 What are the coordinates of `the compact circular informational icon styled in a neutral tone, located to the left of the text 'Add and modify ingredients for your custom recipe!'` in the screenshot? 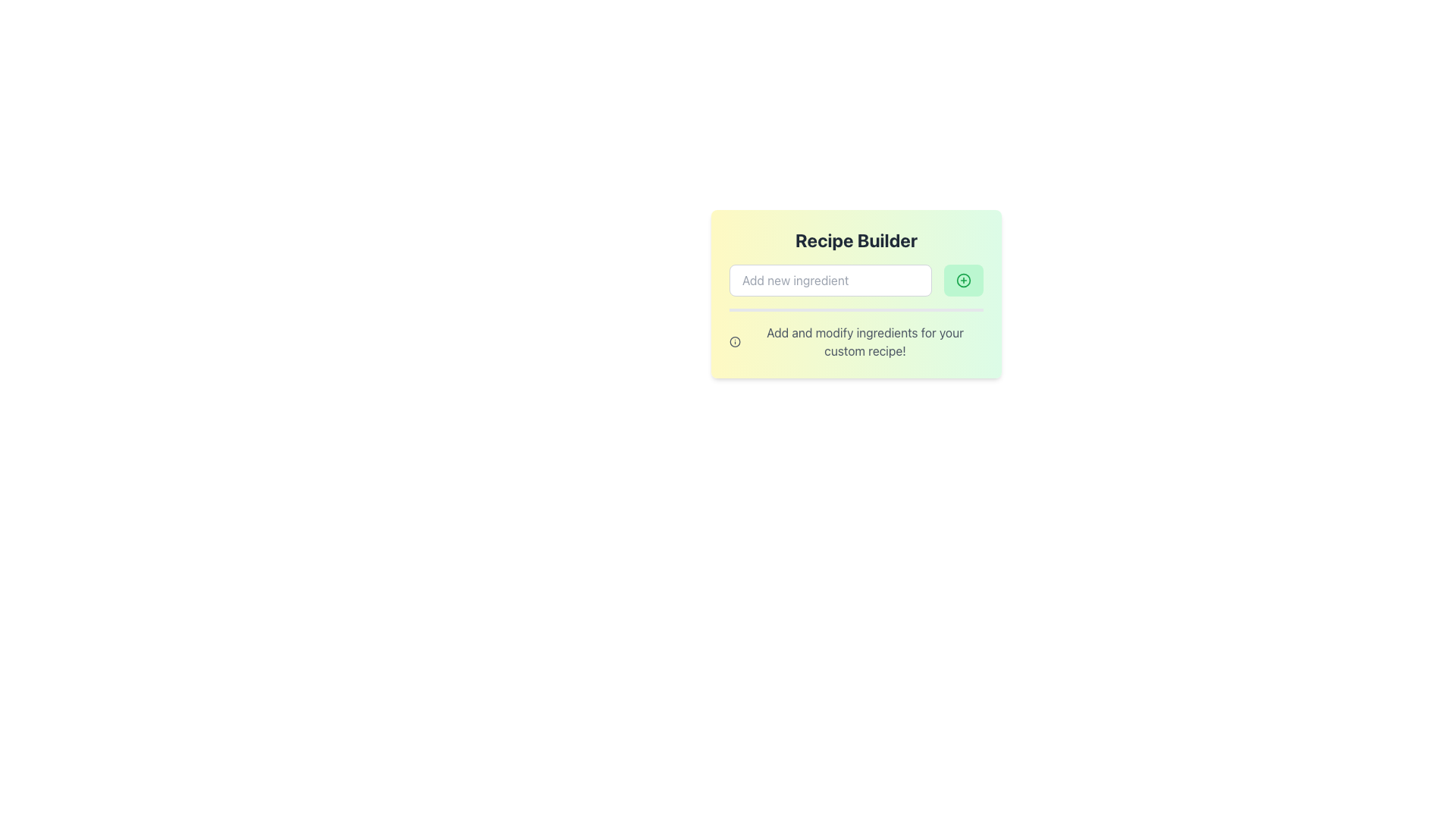 It's located at (735, 342).